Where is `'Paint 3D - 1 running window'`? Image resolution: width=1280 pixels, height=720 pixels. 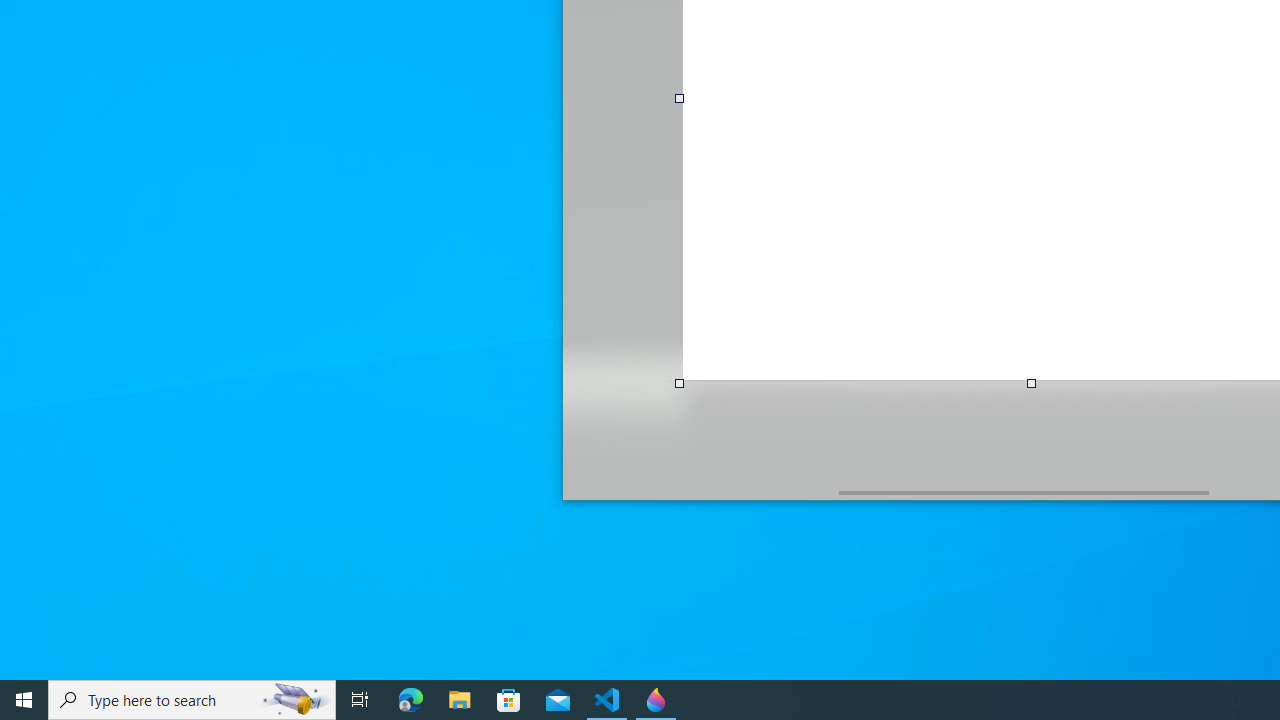
'Paint 3D - 1 running window' is located at coordinates (656, 698).